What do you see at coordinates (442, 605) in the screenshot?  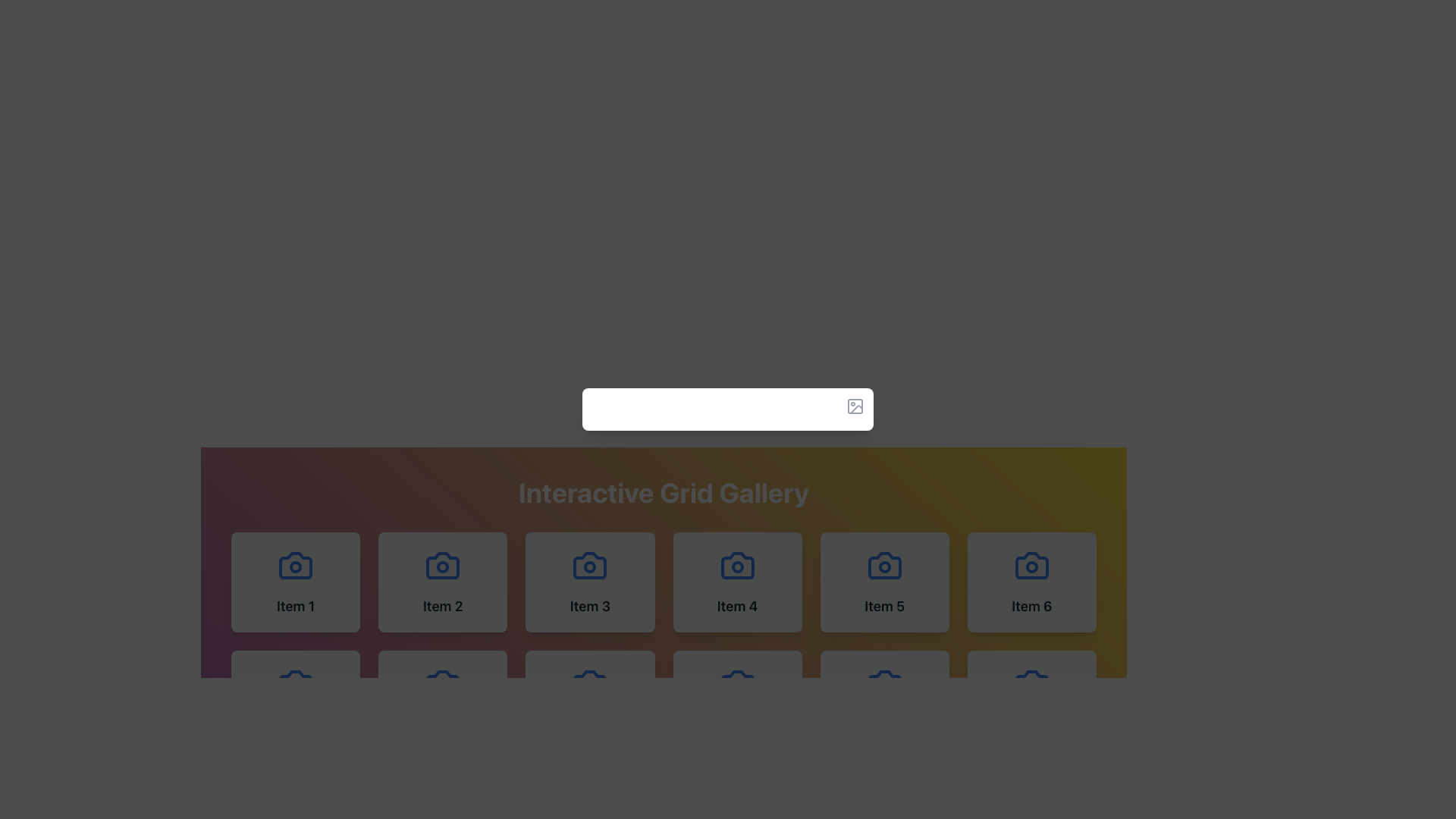 I see `the Static Text Label that provides identifying information for 'Item 2', located in the bottom section of the second card in the top row of the grid` at bounding box center [442, 605].